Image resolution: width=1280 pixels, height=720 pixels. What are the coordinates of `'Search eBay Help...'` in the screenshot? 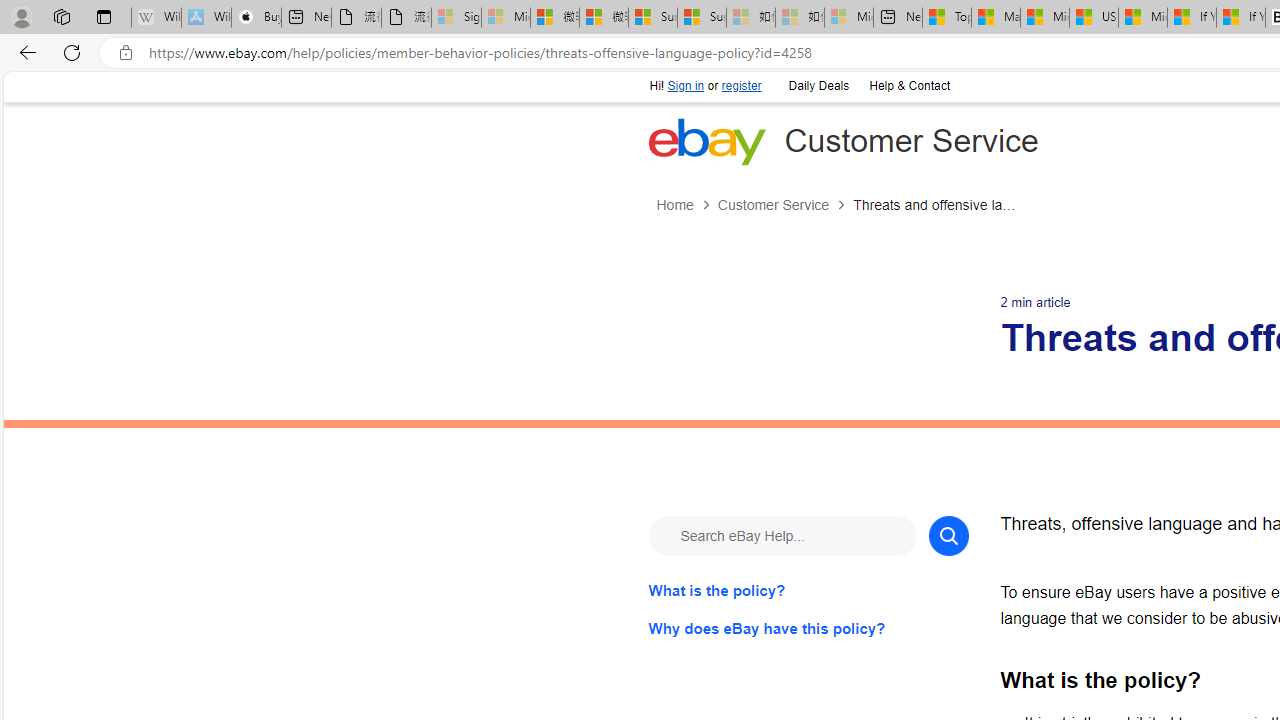 It's located at (781, 534).